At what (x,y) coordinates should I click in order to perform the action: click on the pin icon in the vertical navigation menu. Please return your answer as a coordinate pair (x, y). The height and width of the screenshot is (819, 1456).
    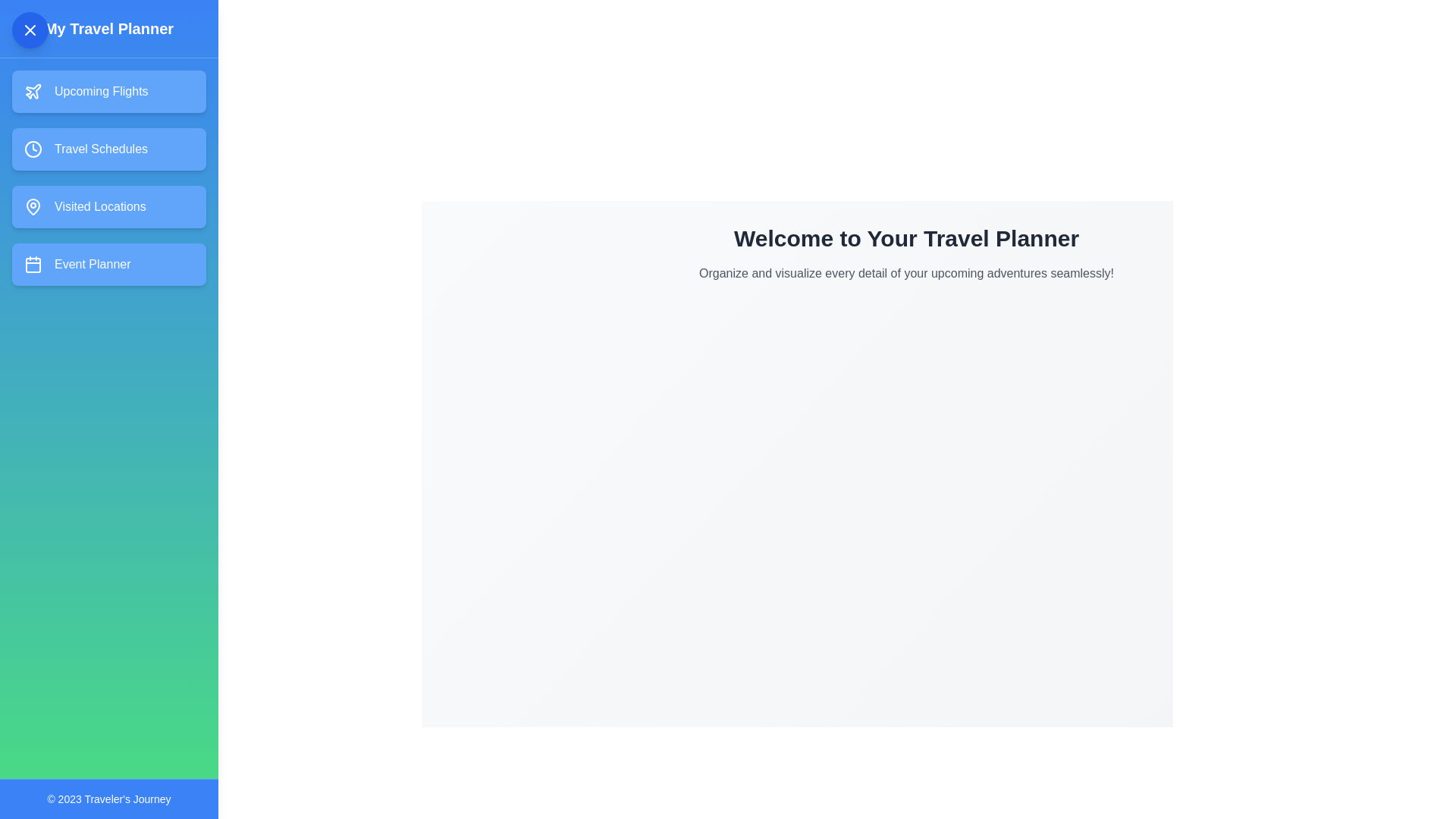
    Looking at the image, I should click on (33, 206).